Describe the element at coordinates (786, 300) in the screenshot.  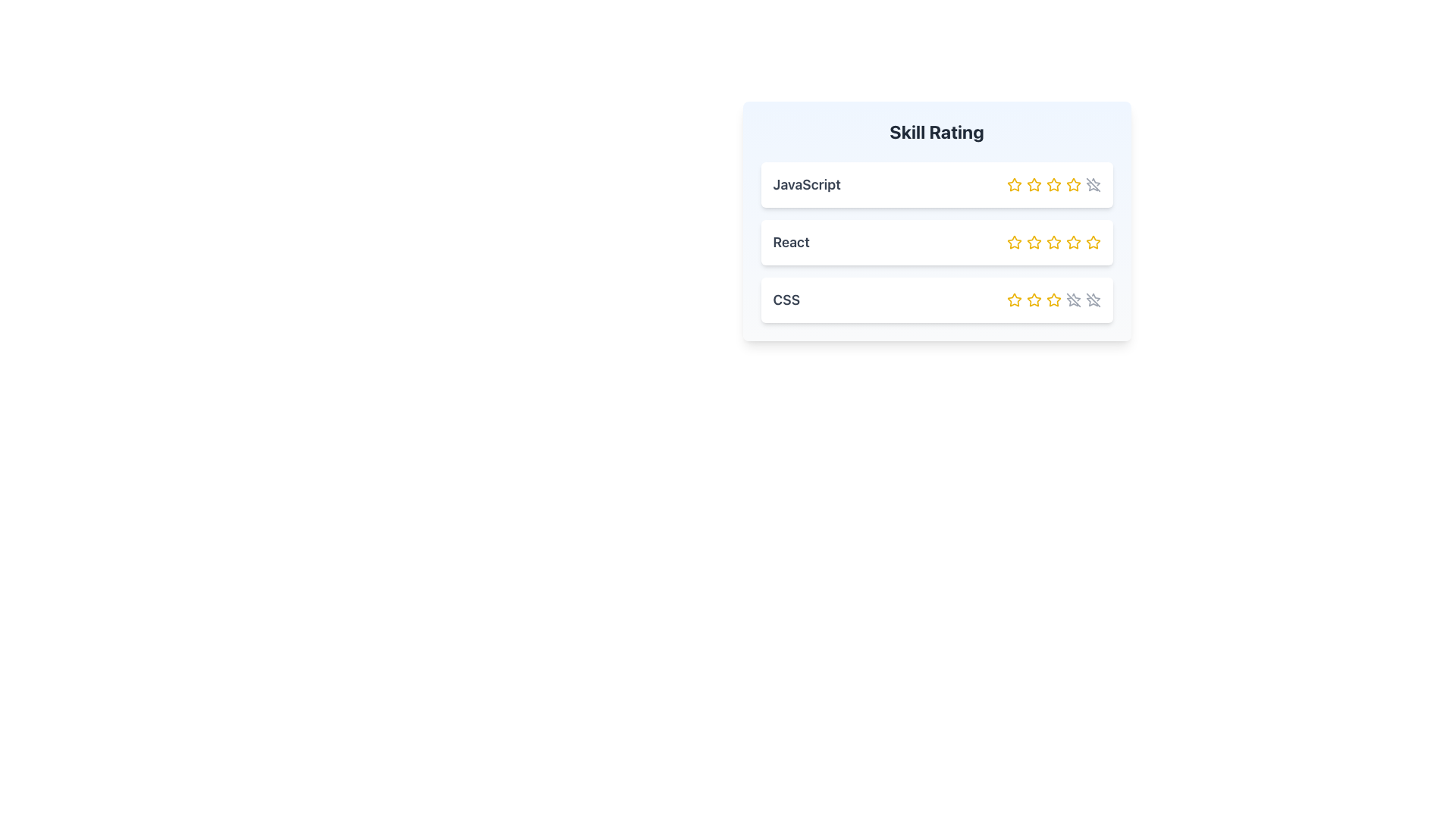
I see `the Text Label that categorizes the third entry in the 'Skill Rating' list, positioned left-aligned beneath 'React'` at that location.